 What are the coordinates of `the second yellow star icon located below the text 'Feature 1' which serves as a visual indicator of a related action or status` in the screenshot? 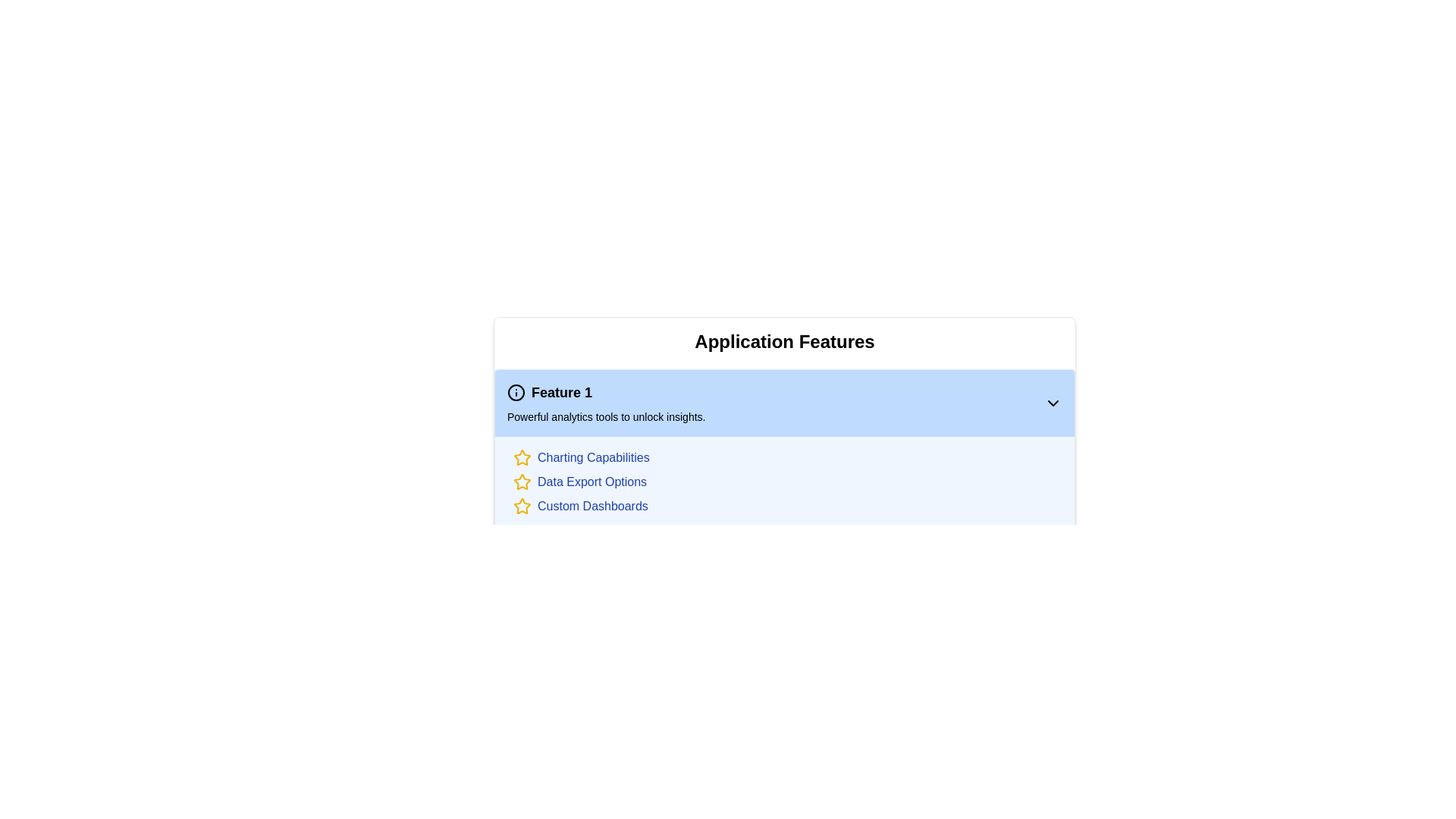 It's located at (522, 457).